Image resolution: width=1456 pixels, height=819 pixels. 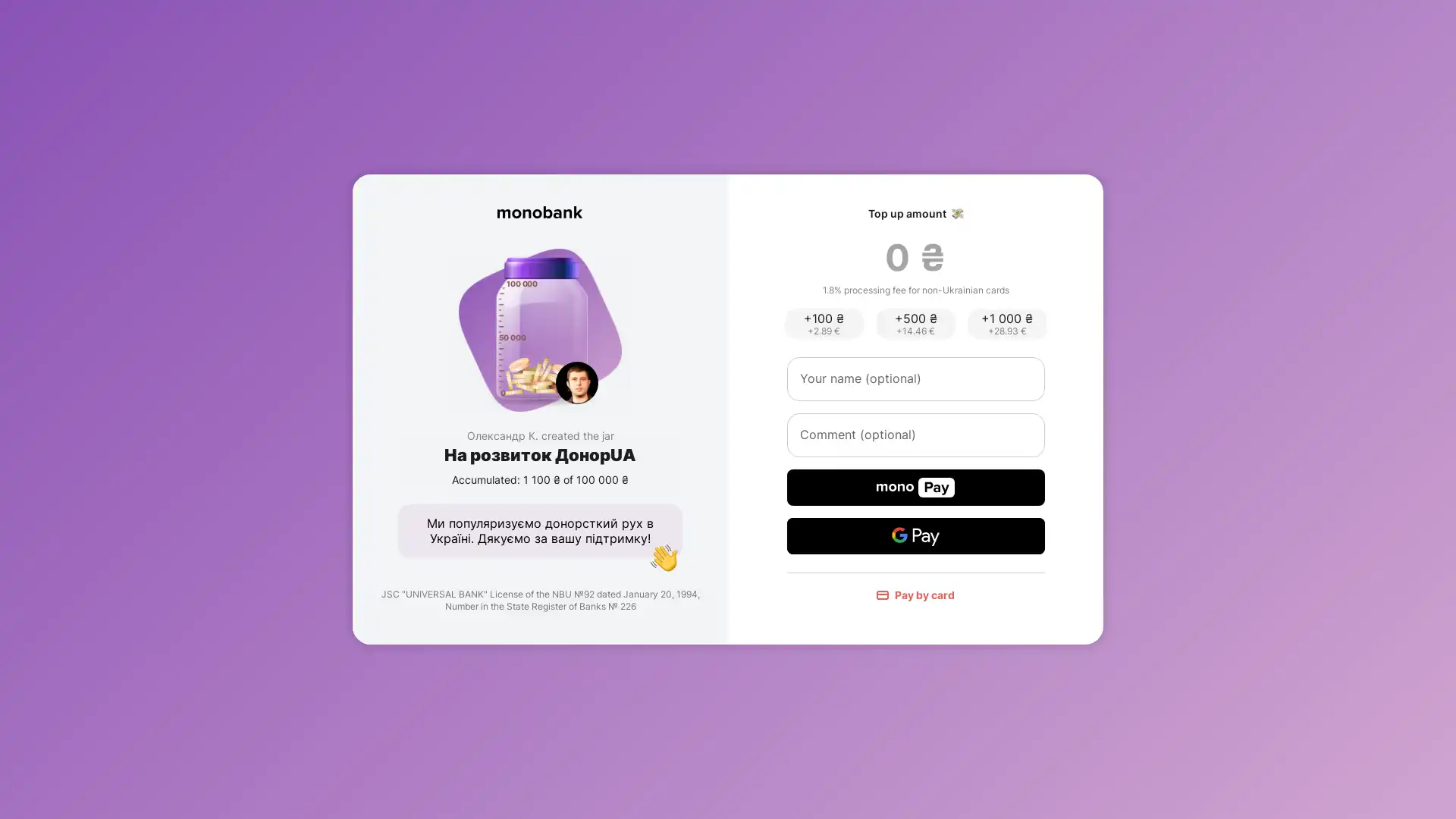 What do you see at coordinates (914, 535) in the screenshot?
I see `Google Pay` at bounding box center [914, 535].